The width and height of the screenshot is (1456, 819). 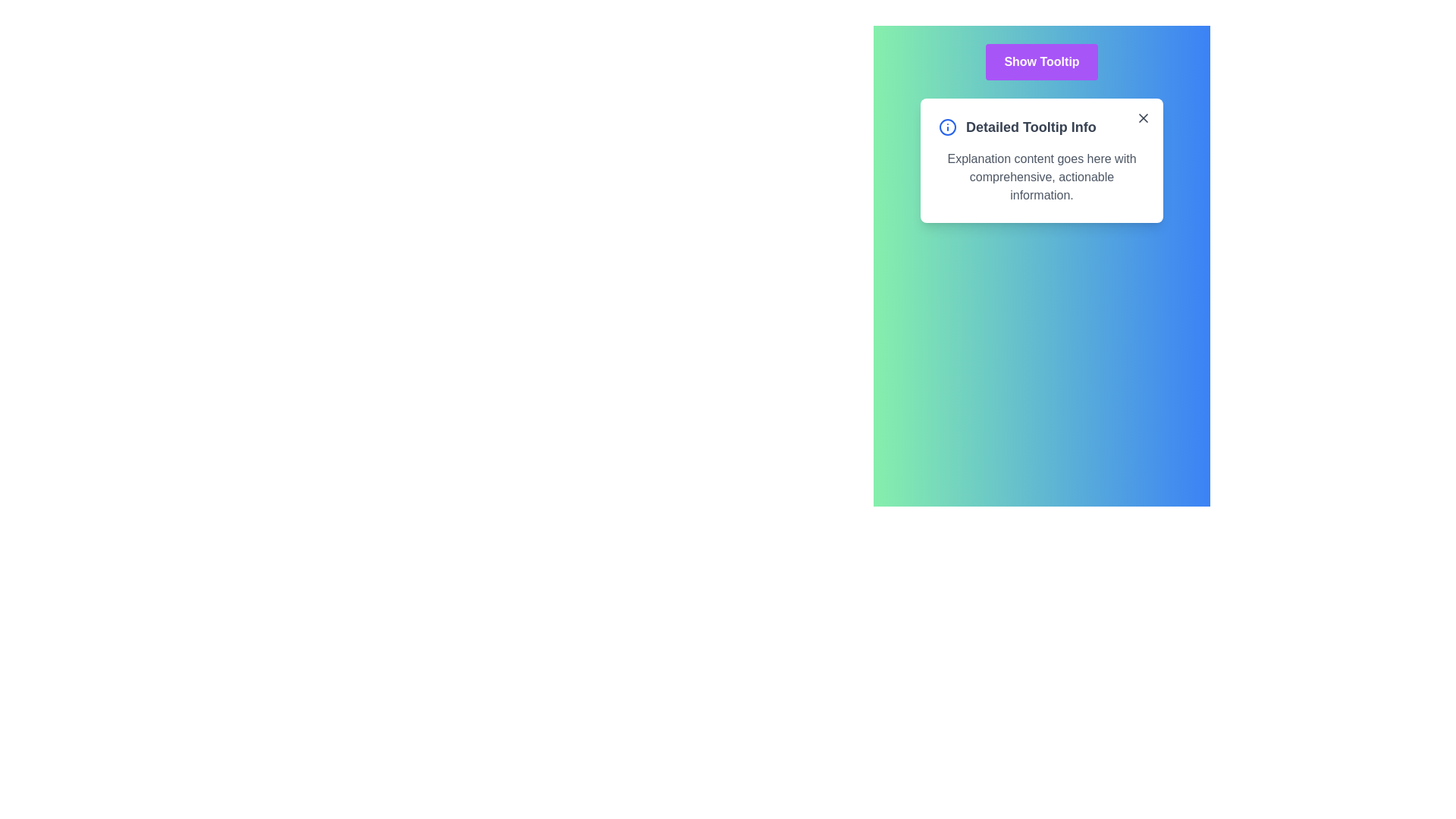 I want to click on the Close Button located in the top-right corner of the 'Detailed Tooltip Info' tooltip to change its color, so click(x=1143, y=117).